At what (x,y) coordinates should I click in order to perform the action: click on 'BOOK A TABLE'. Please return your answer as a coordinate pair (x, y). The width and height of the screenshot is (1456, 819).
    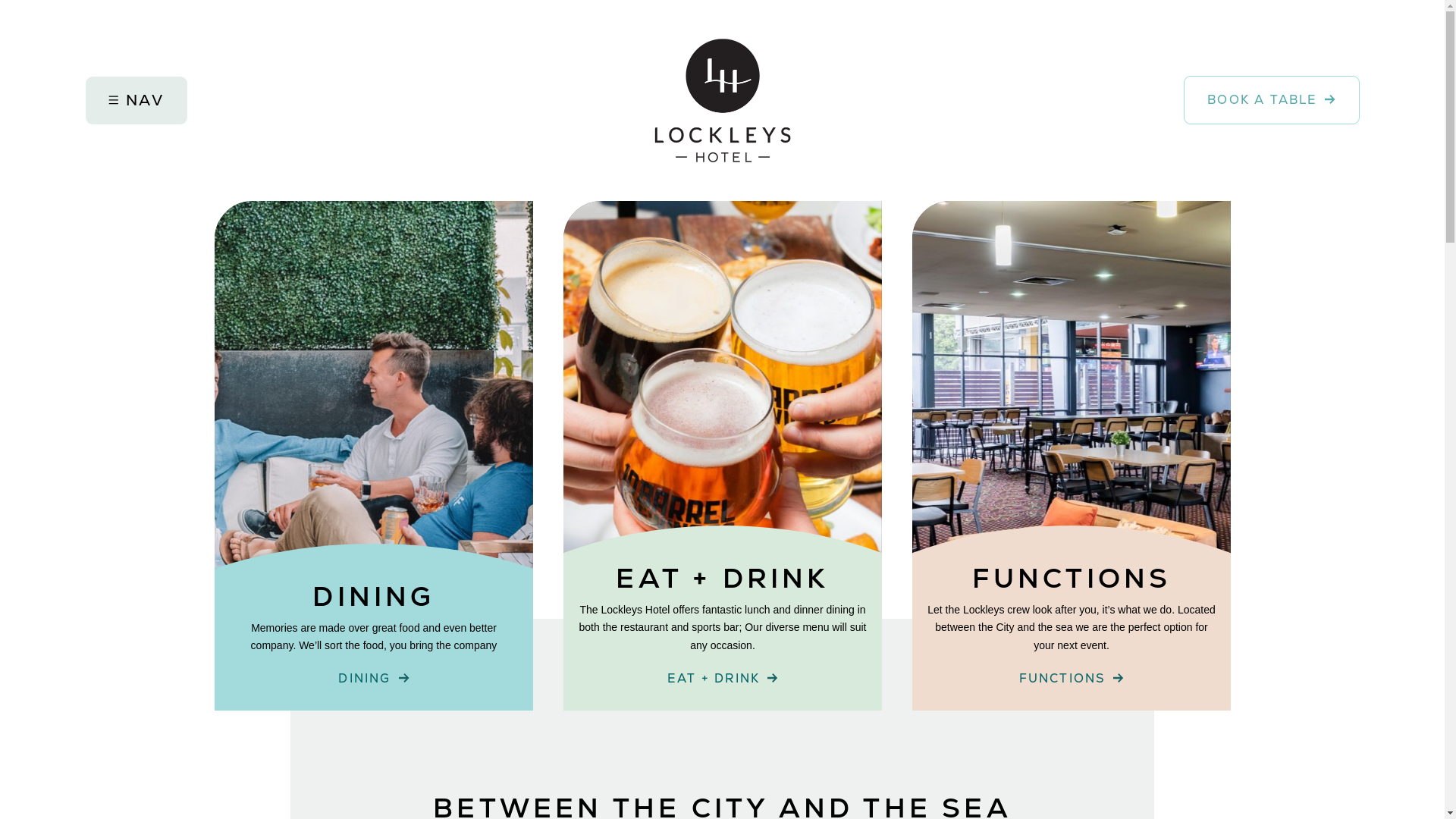
    Looking at the image, I should click on (1182, 99).